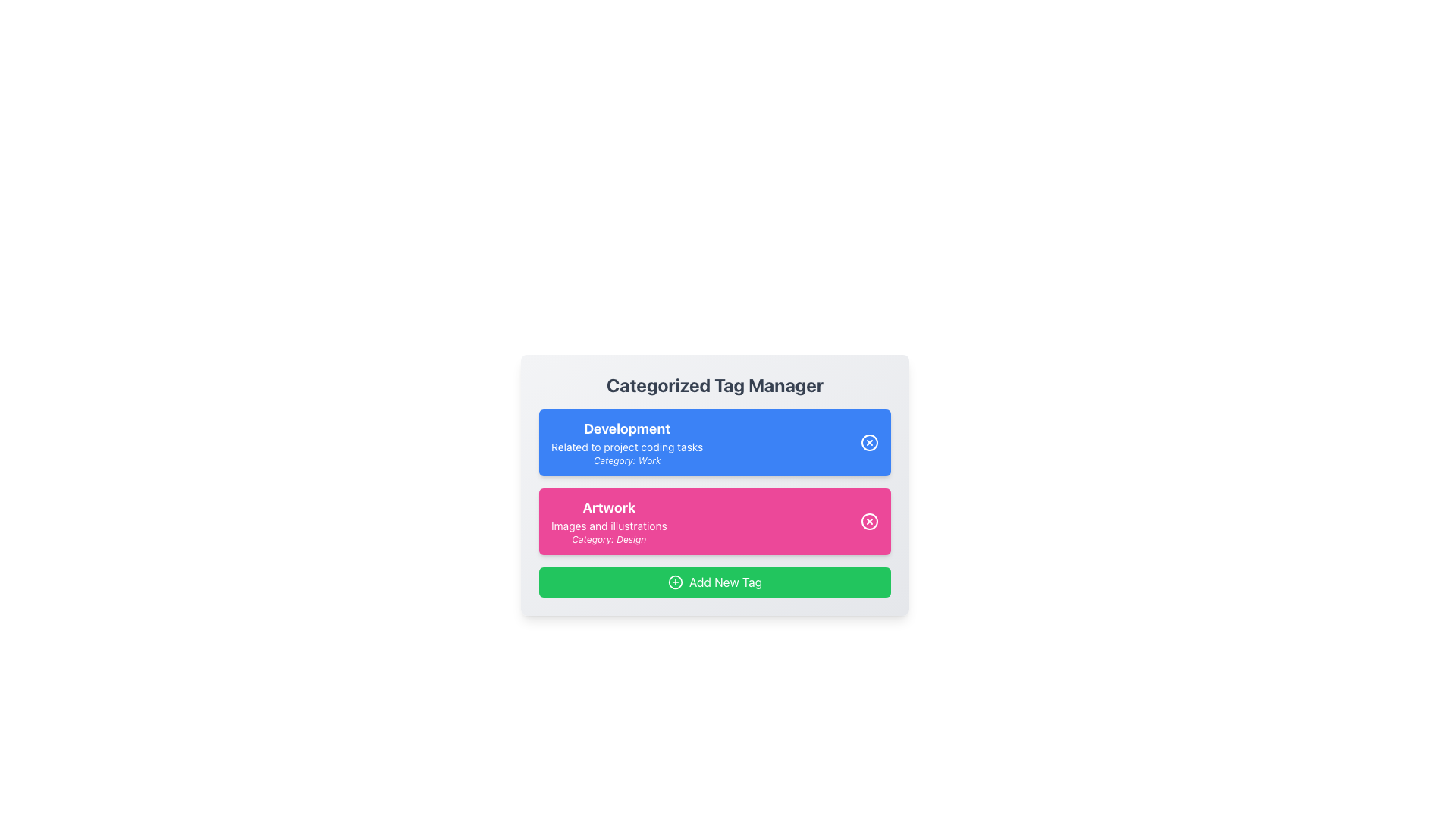 This screenshot has width=1456, height=819. What do you see at coordinates (675, 581) in the screenshot?
I see `the icon indicating the action` at bounding box center [675, 581].